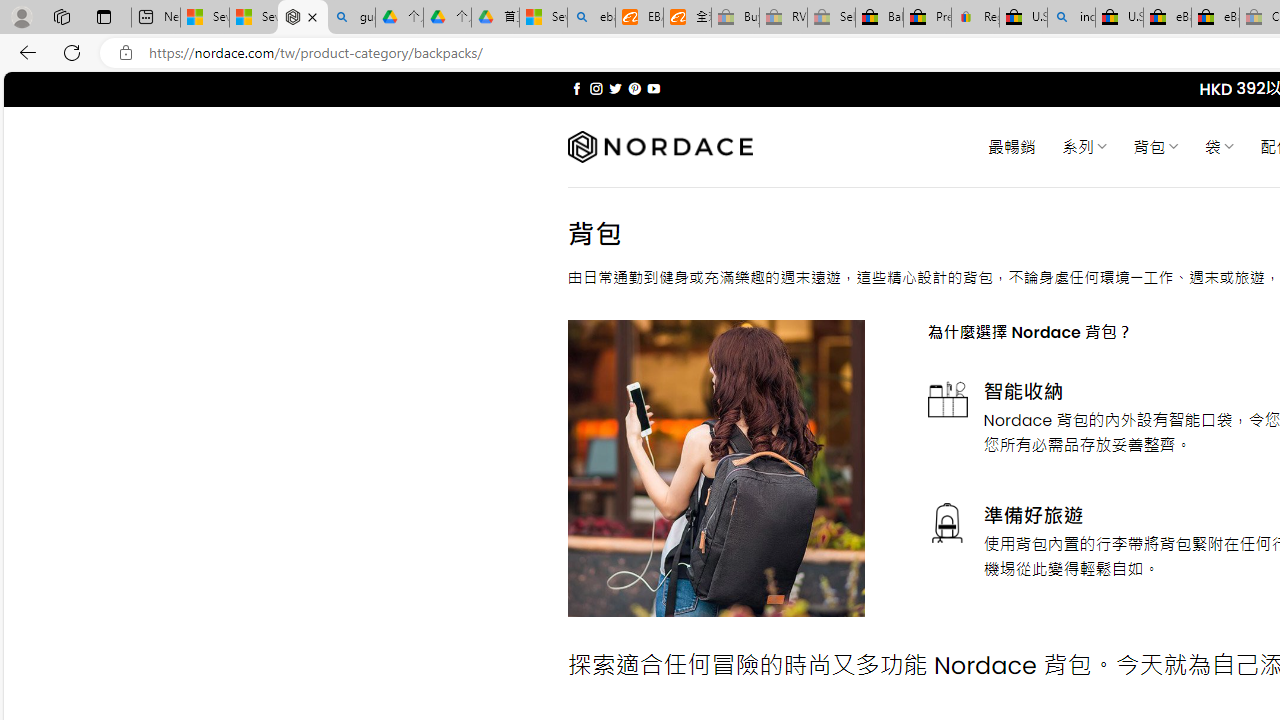 Image resolution: width=1280 pixels, height=720 pixels. I want to click on 'Baby Keepsakes & Announcements for sale | eBay', so click(879, 17).